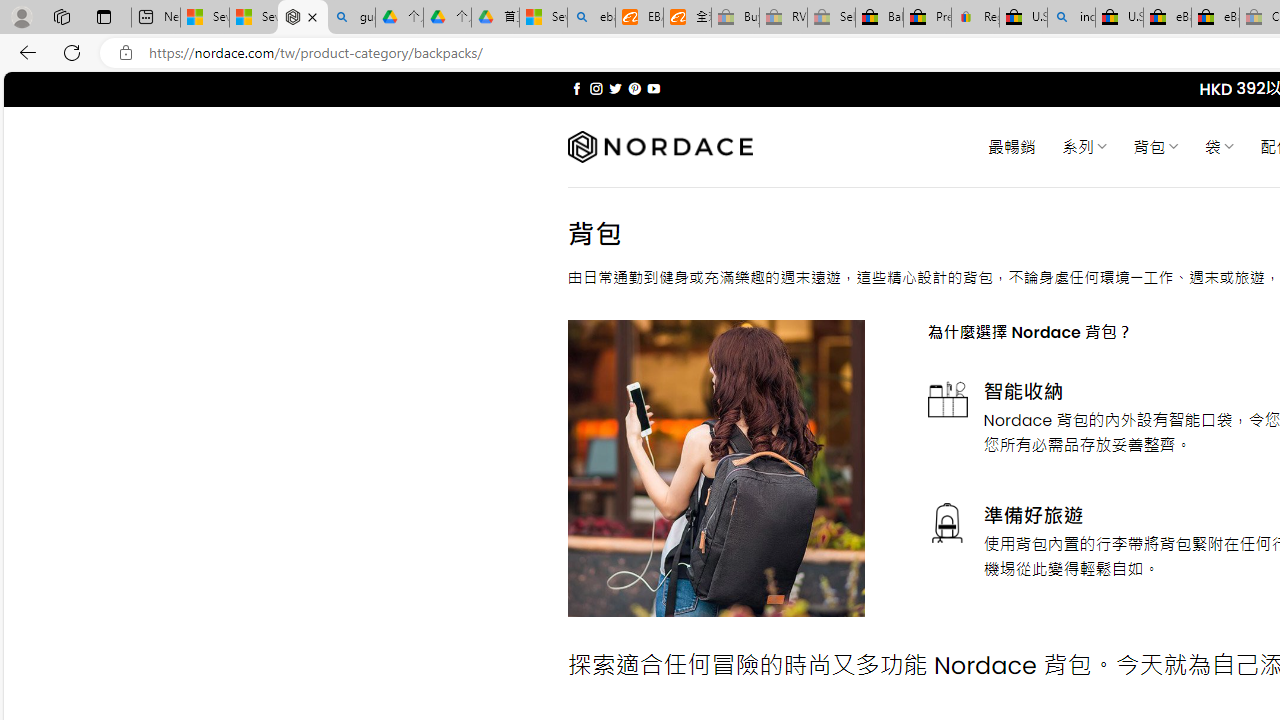 Image resolution: width=1280 pixels, height=720 pixels. I want to click on 'Baby Keepsakes & Announcements for sale | eBay', so click(879, 17).